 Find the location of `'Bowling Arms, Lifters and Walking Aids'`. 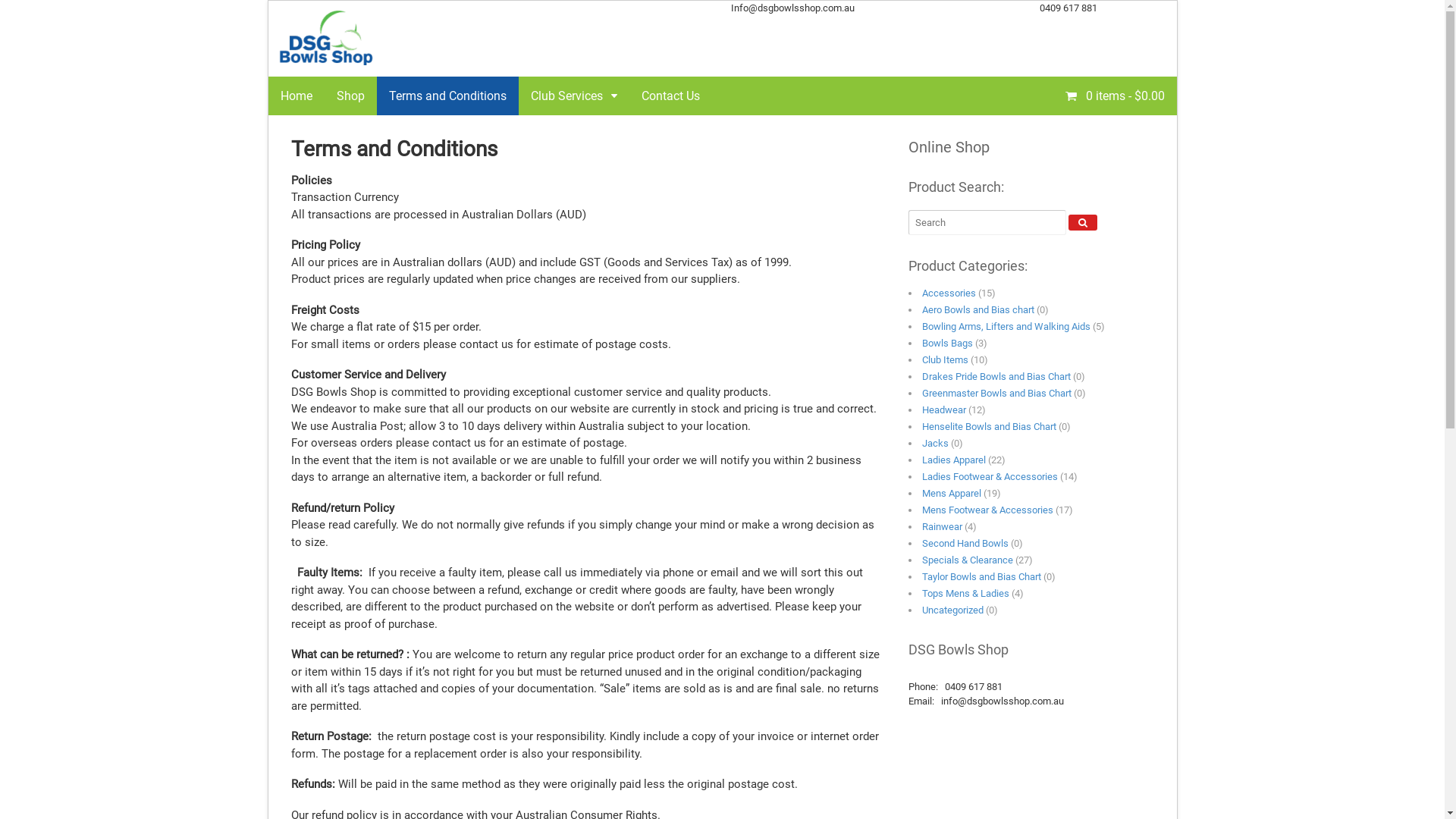

'Bowling Arms, Lifters and Walking Aids' is located at coordinates (1006, 325).